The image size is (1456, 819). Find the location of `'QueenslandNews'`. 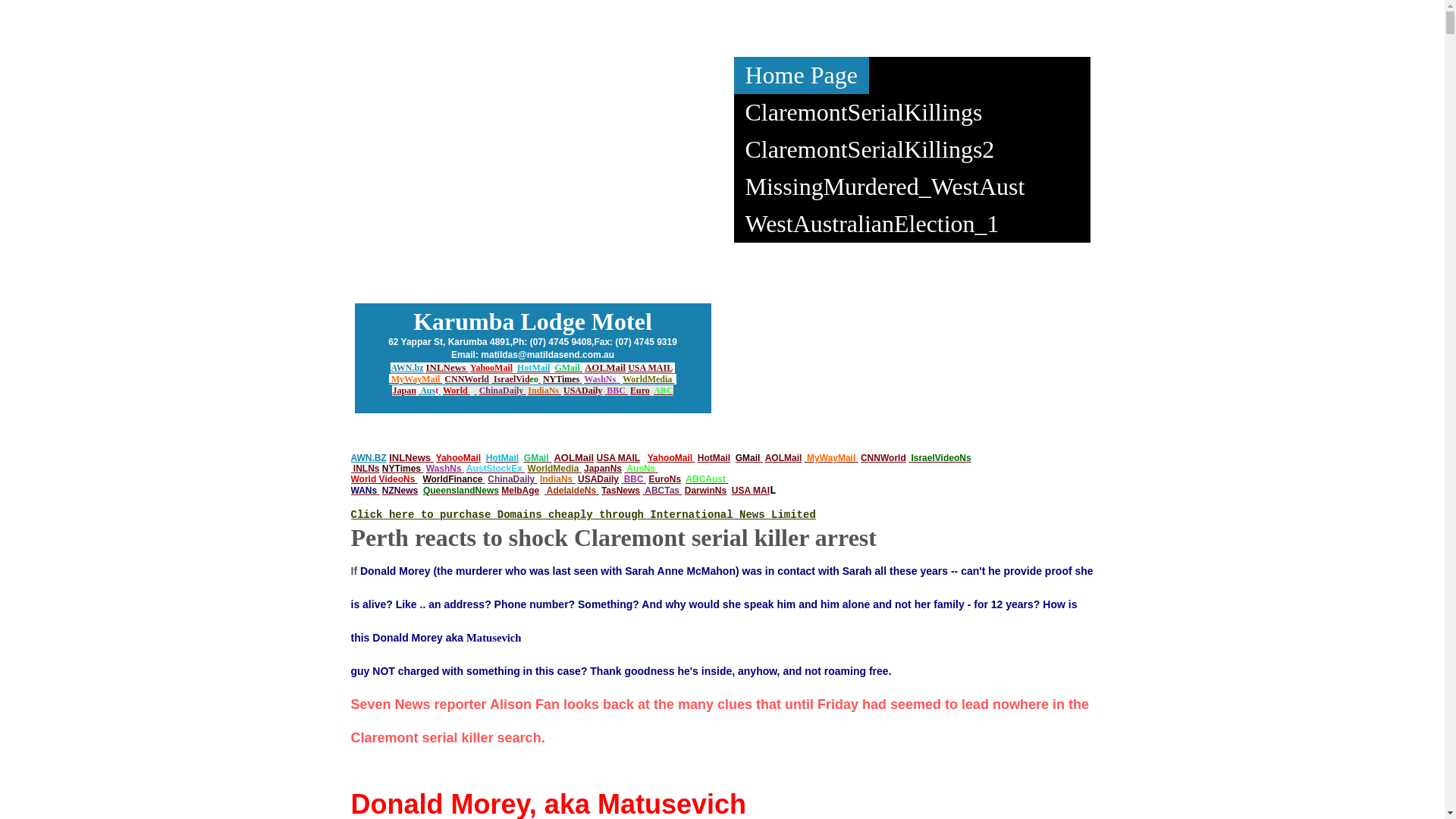

'QueenslandNews' is located at coordinates (460, 491).